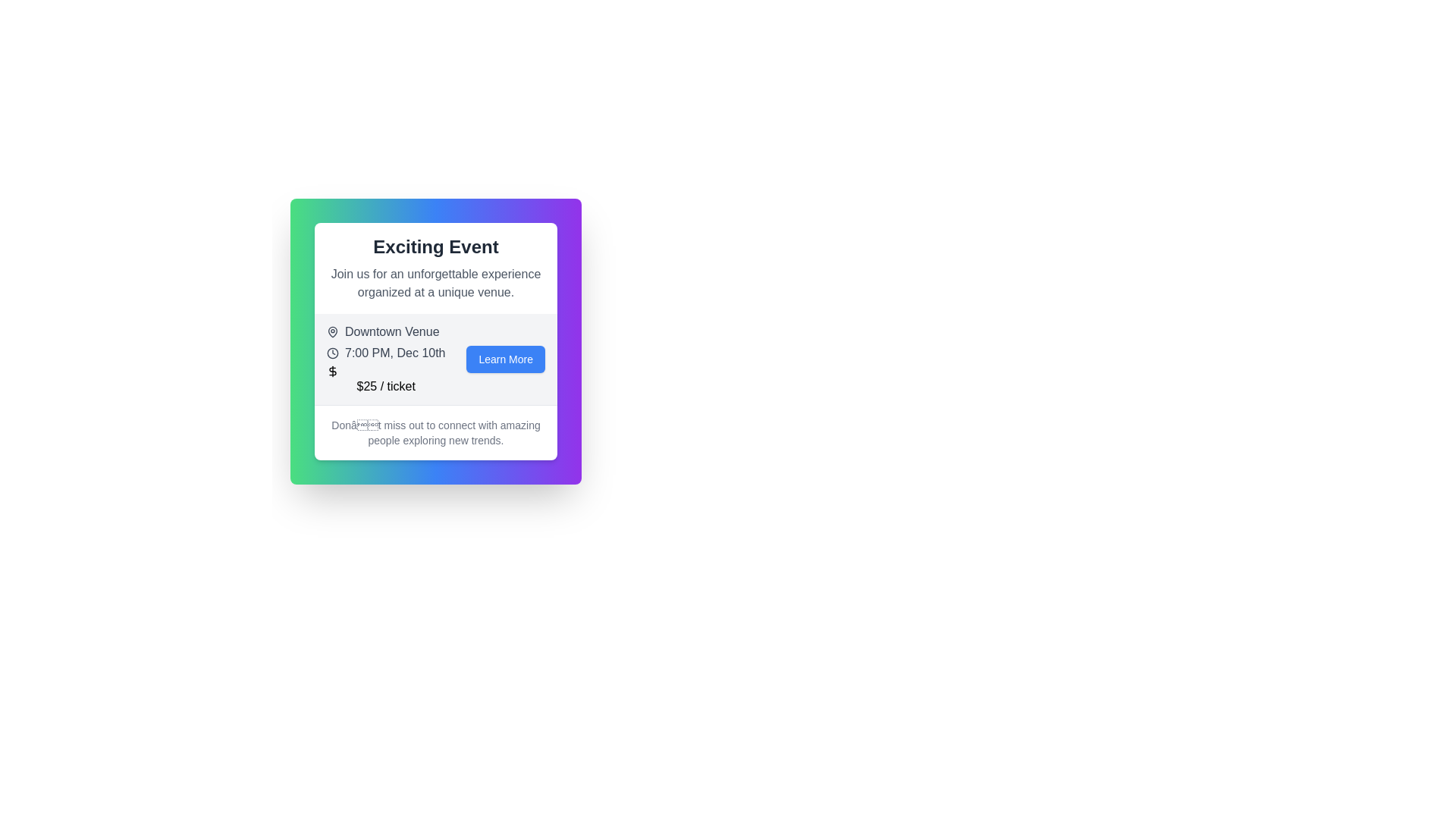 This screenshot has height=819, width=1456. I want to click on the Static Text displaying the price of tickets, which shows '$25 / ticket' and is located beneath the text '7:00 PM, Dec 10th', so click(386, 379).